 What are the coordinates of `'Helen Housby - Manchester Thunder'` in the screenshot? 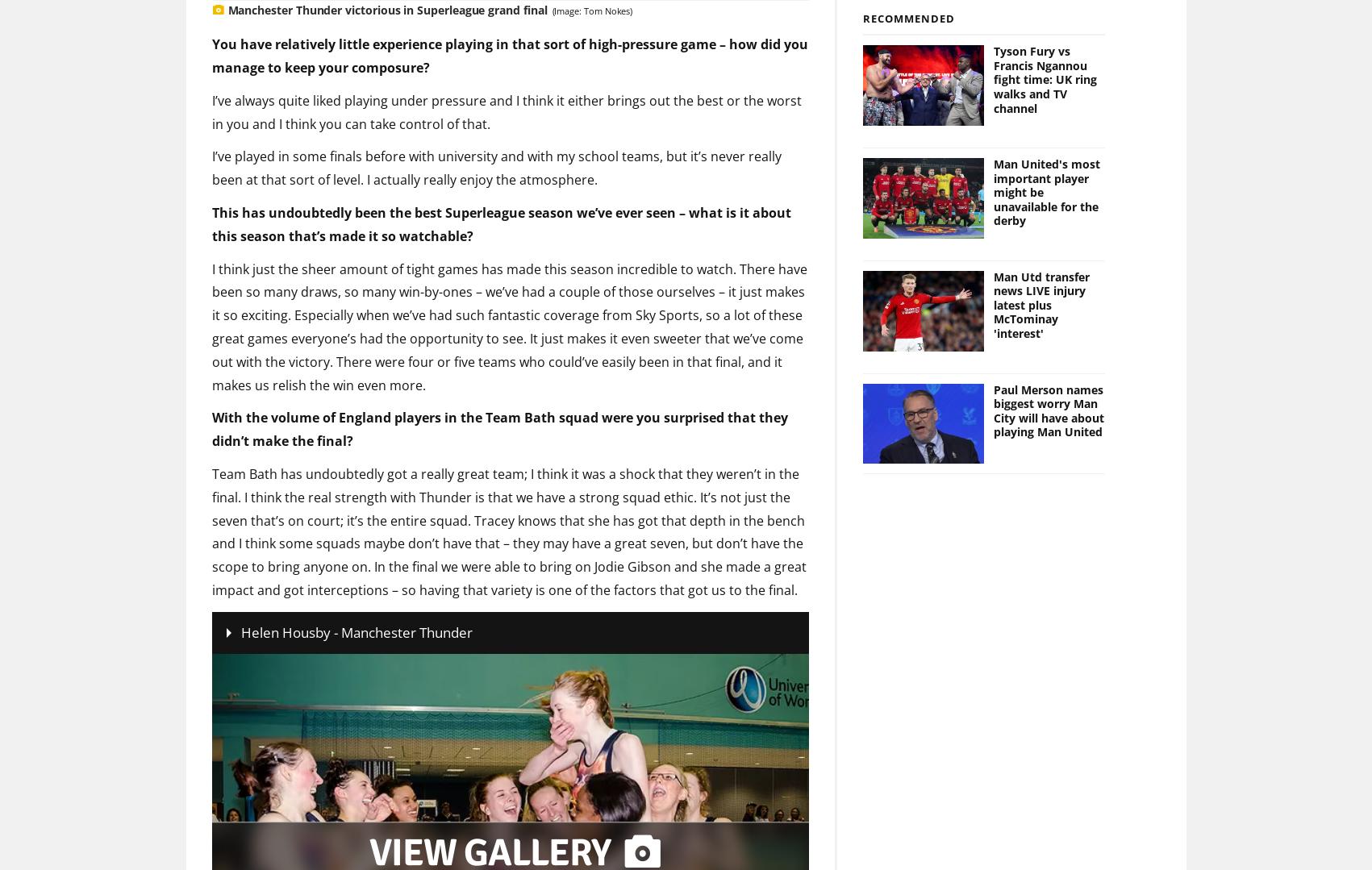 It's located at (355, 605).